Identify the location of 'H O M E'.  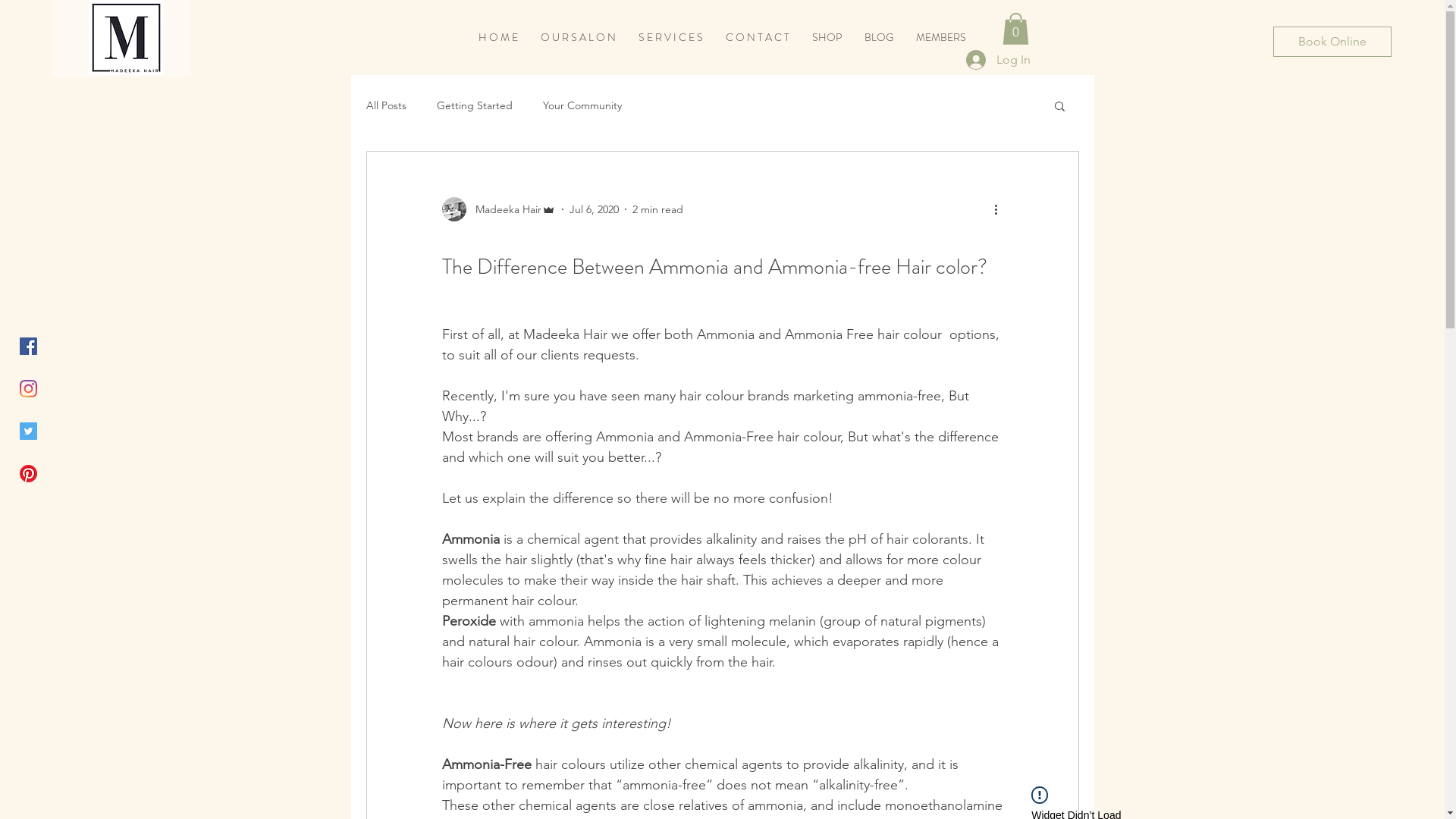
(498, 36).